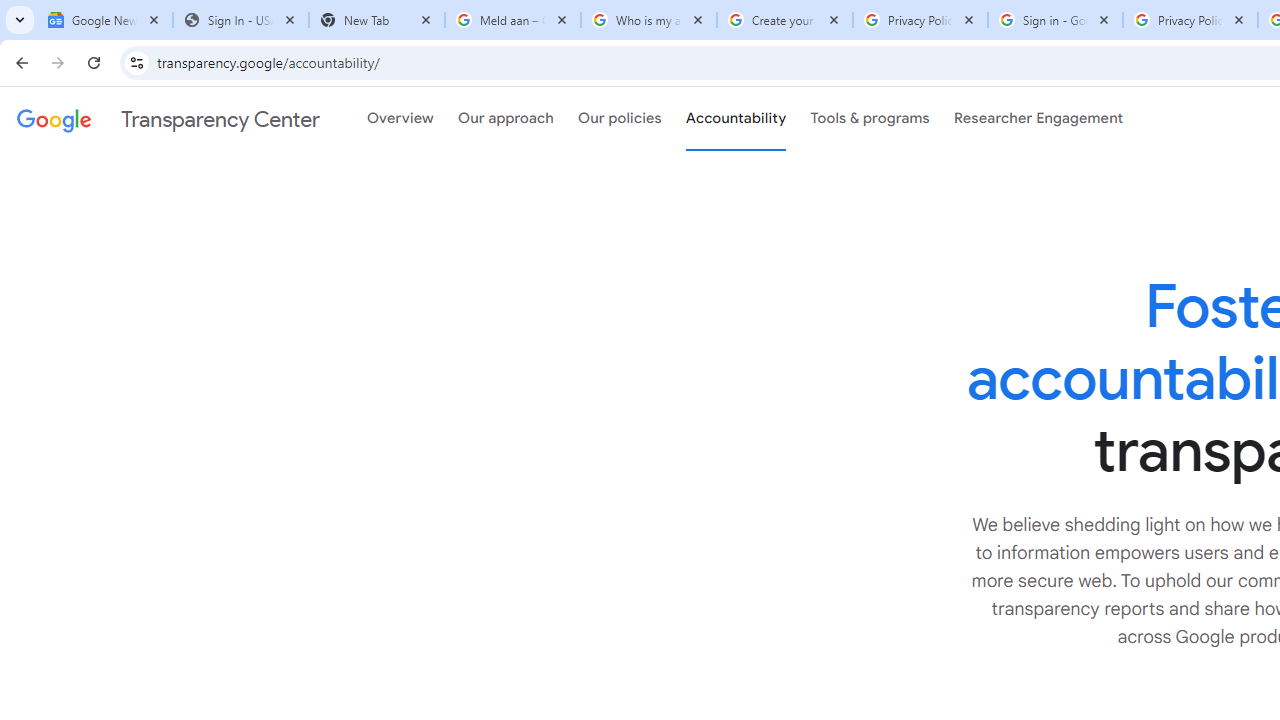  I want to click on 'Create your Google Account', so click(783, 20).